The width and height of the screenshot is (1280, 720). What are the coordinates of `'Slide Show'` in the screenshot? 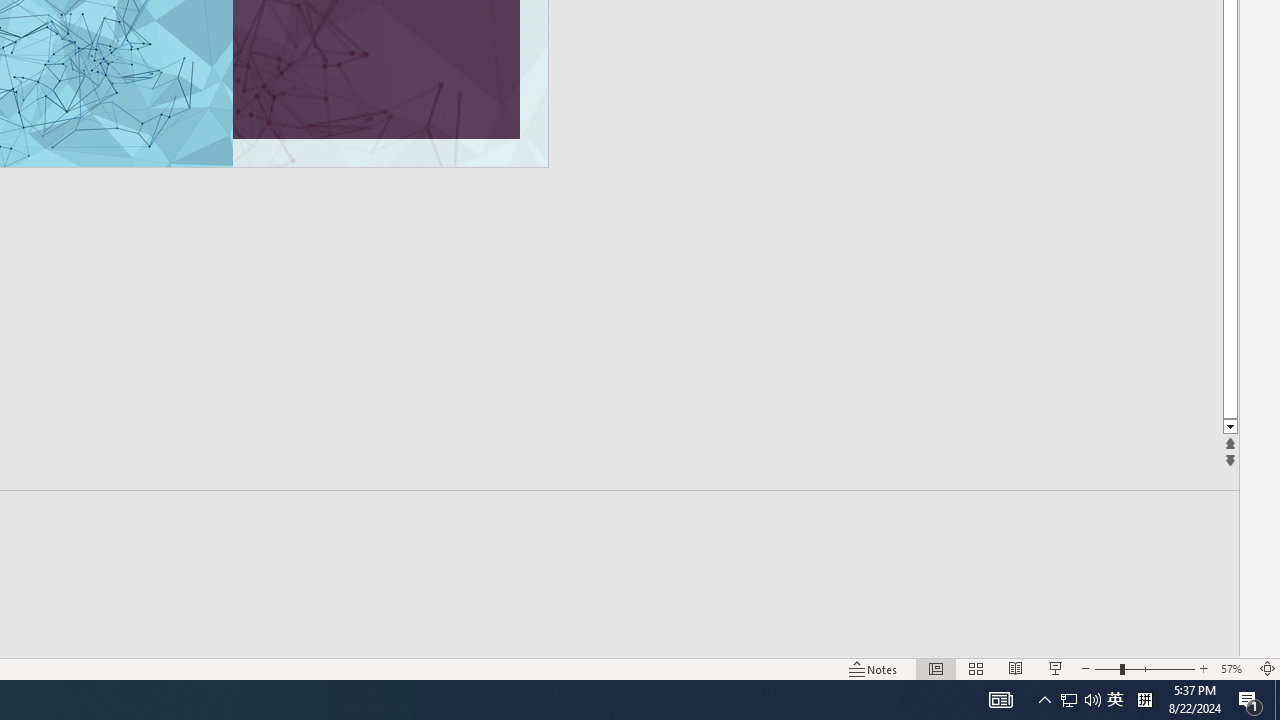 It's located at (1055, 669).